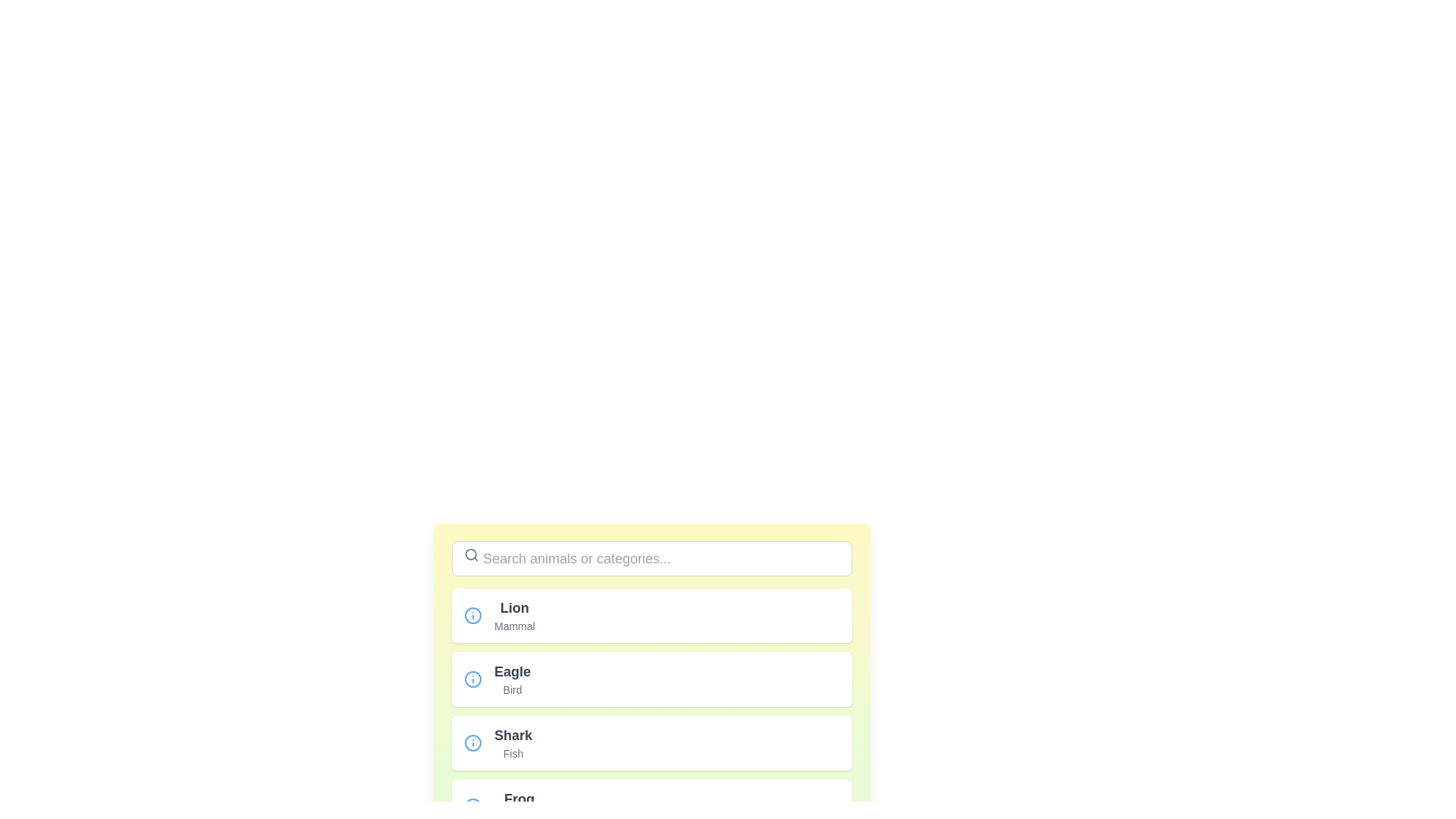 The height and width of the screenshot is (819, 1456). I want to click on the text label 'Lion', which identifies the first item in the animal list, so click(514, 607).